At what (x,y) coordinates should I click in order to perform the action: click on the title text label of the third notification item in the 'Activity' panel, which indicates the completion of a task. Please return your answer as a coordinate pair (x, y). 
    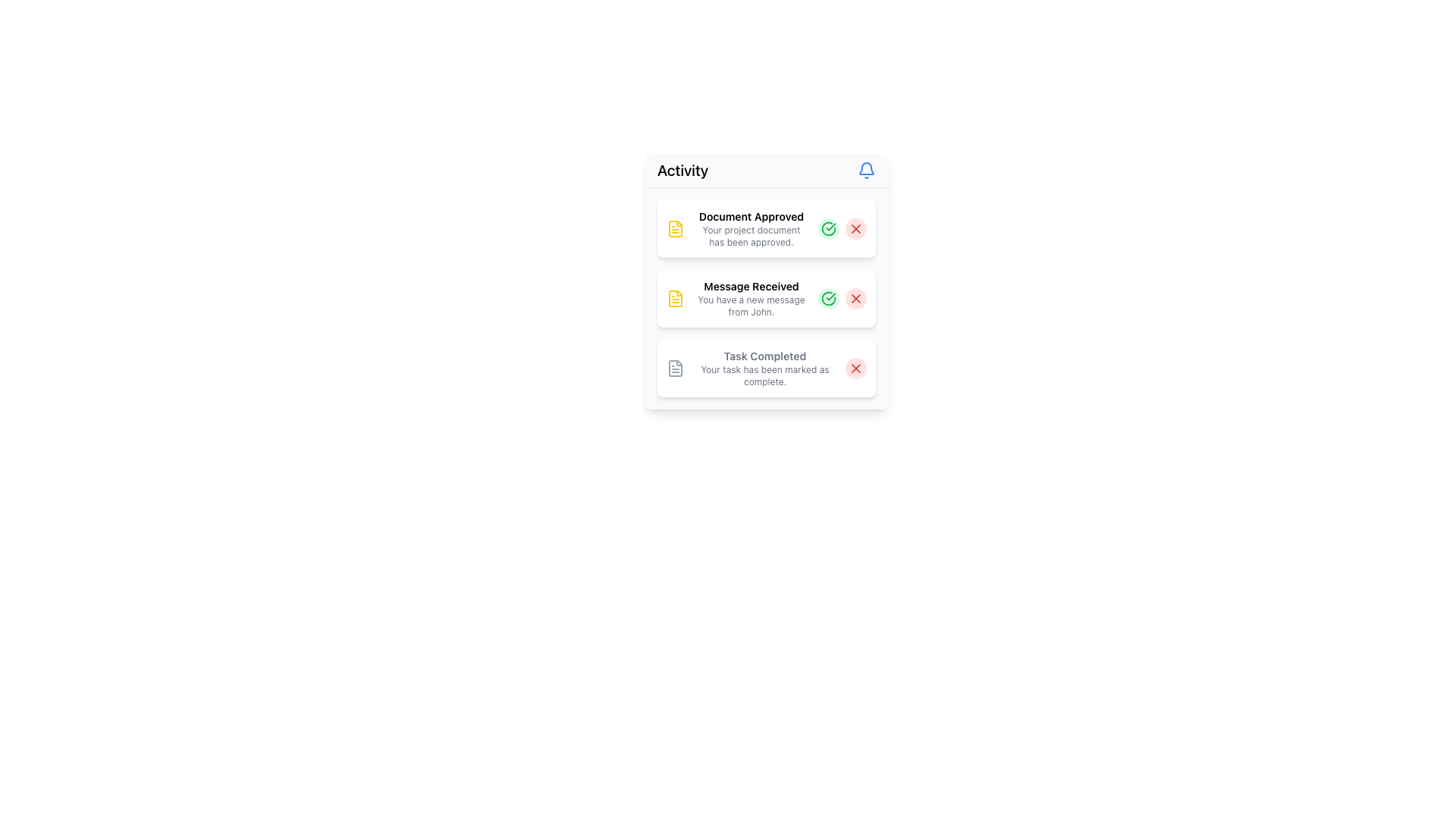
    Looking at the image, I should click on (764, 356).